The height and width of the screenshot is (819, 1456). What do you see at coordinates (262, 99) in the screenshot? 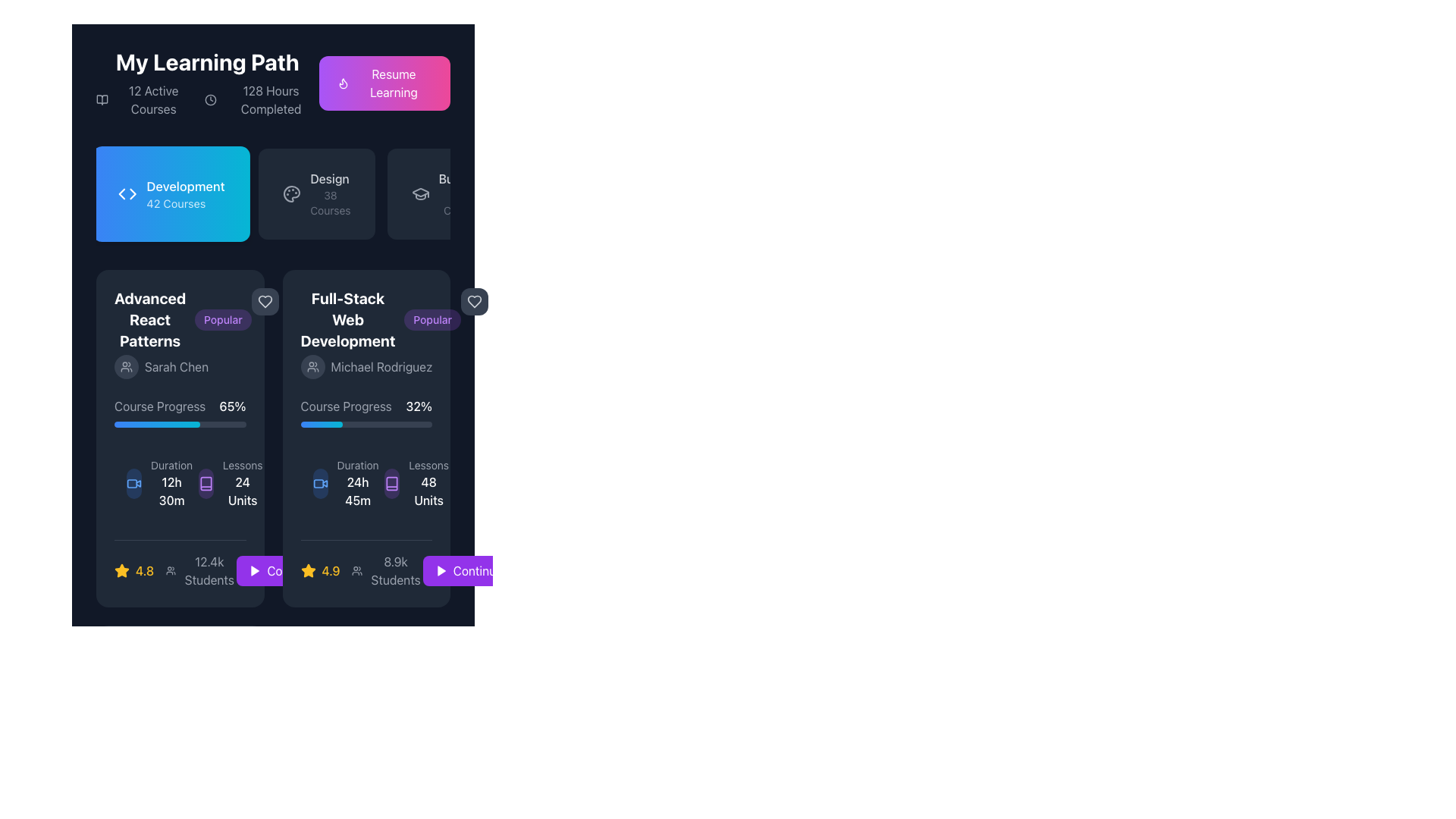
I see `the informational display that summarizes the total hours completed by the user, located in the upper-left corner of the interface, directly to the right of the '12 Active Courses' text` at bounding box center [262, 99].